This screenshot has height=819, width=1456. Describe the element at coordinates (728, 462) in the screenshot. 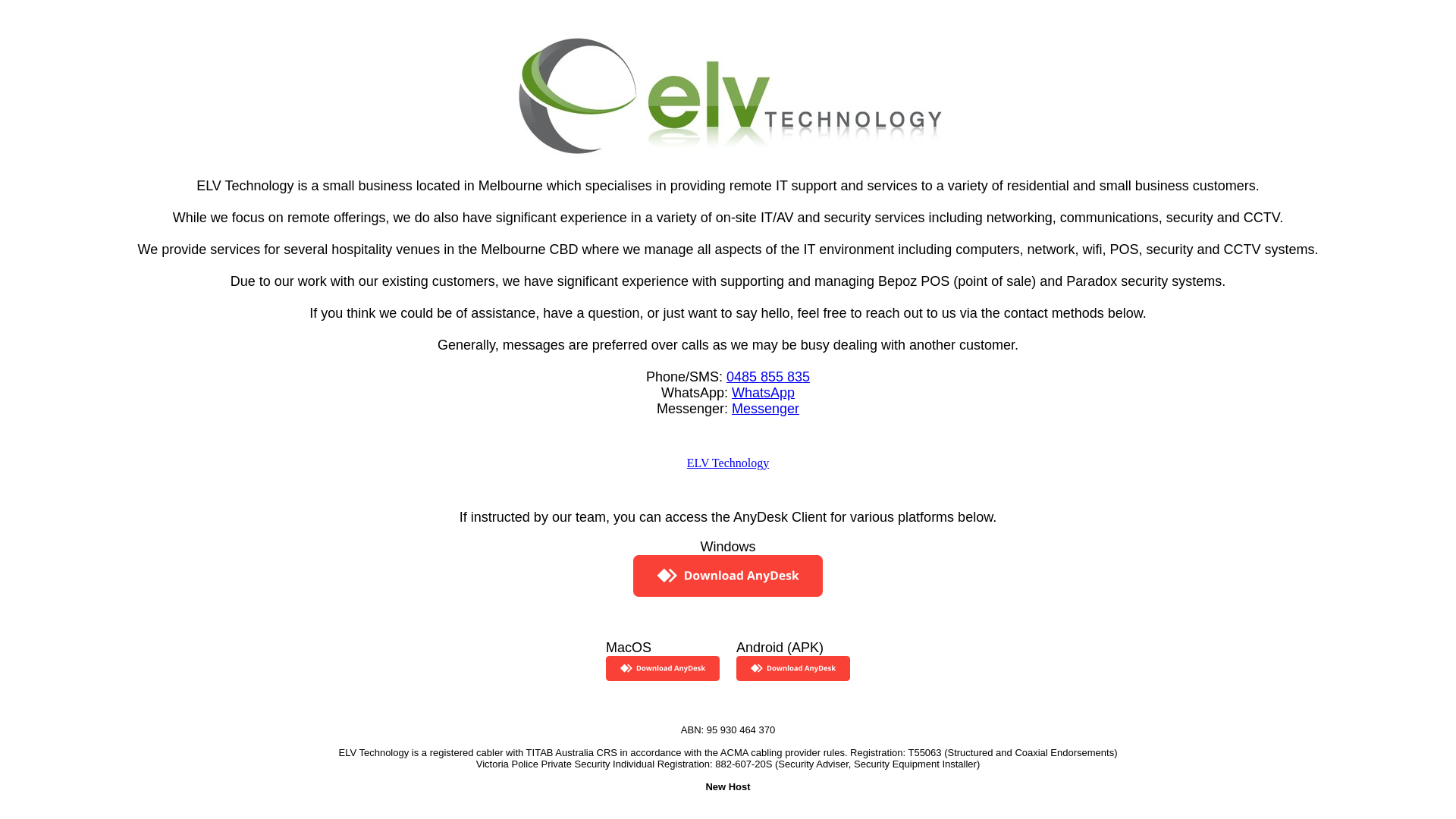

I see `'ELV Technology'` at that location.